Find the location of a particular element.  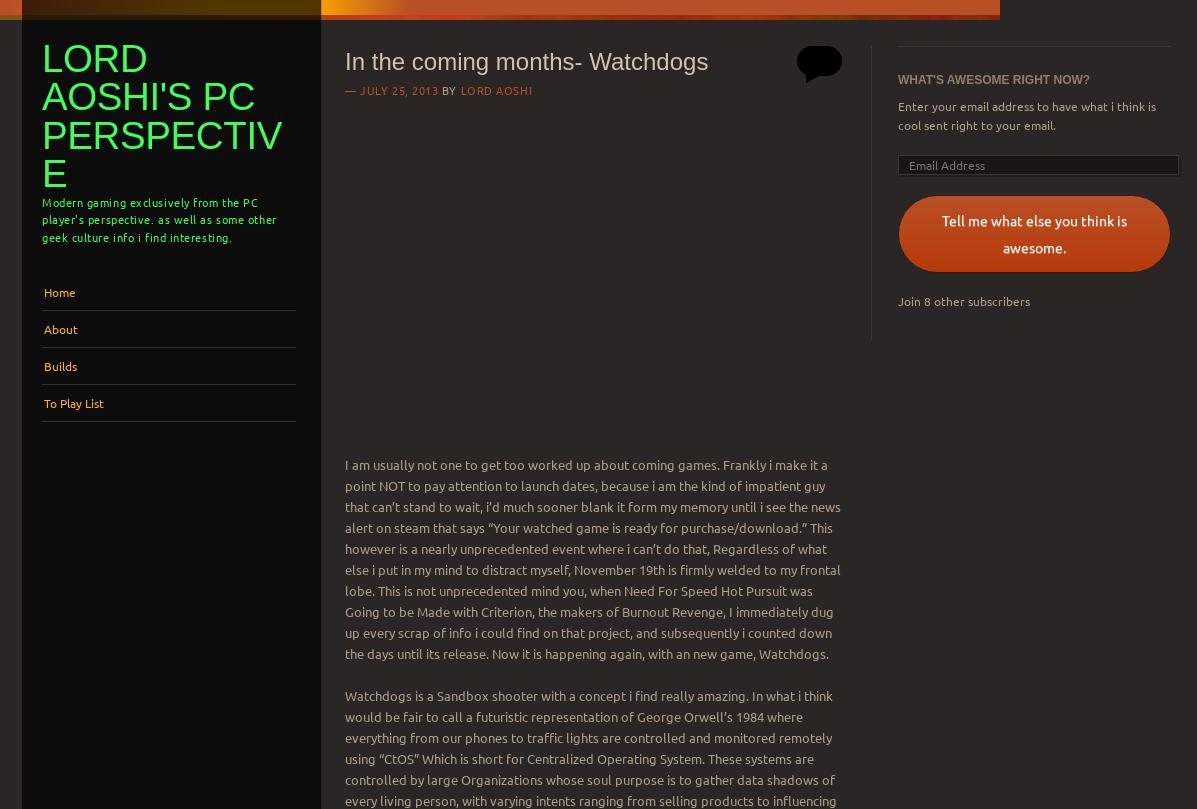

'Lord Aoshi' is located at coordinates (459, 89).